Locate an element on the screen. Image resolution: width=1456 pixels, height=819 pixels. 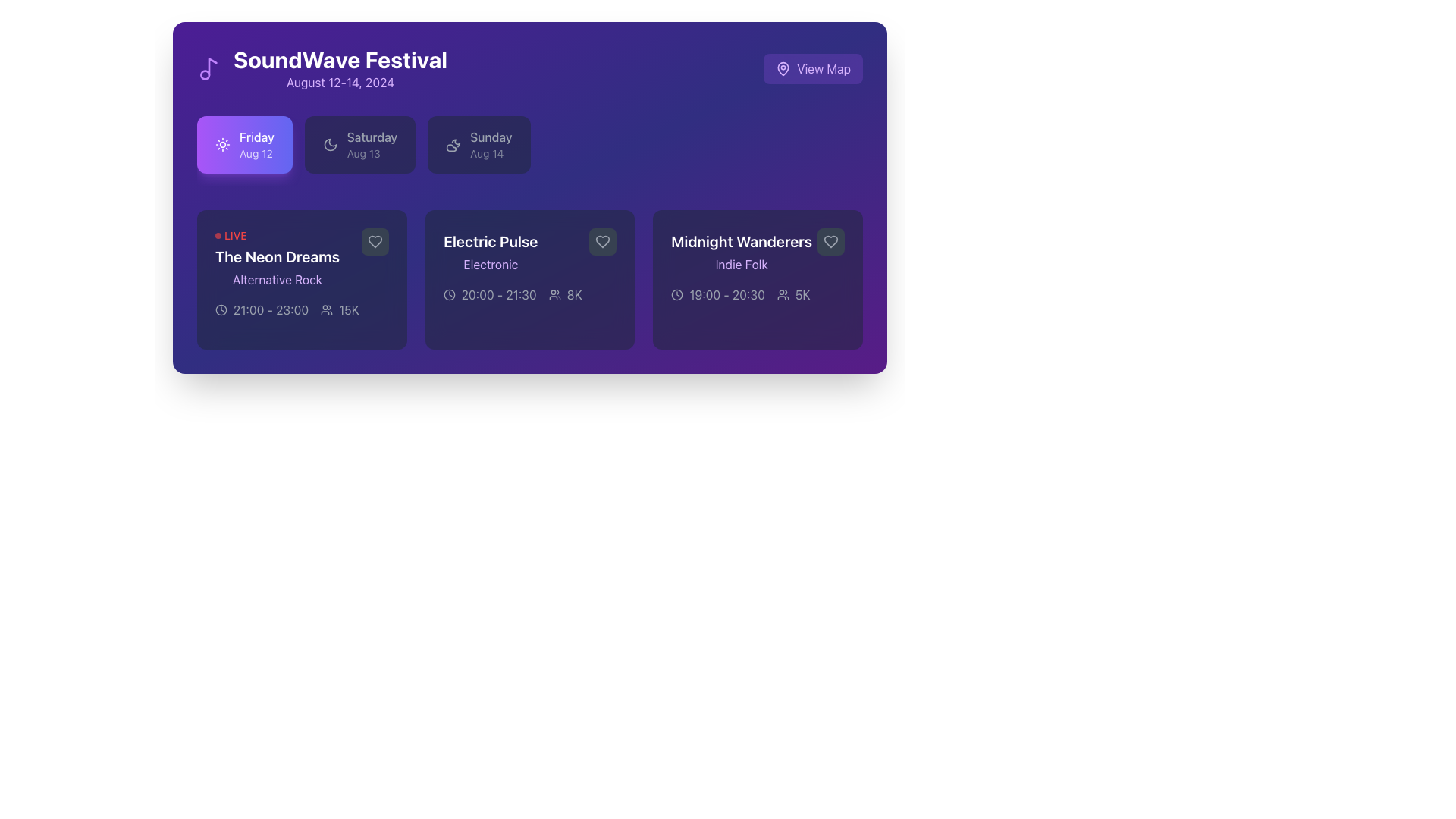
the second card in the horizontal list of event cards is located at coordinates (530, 271).